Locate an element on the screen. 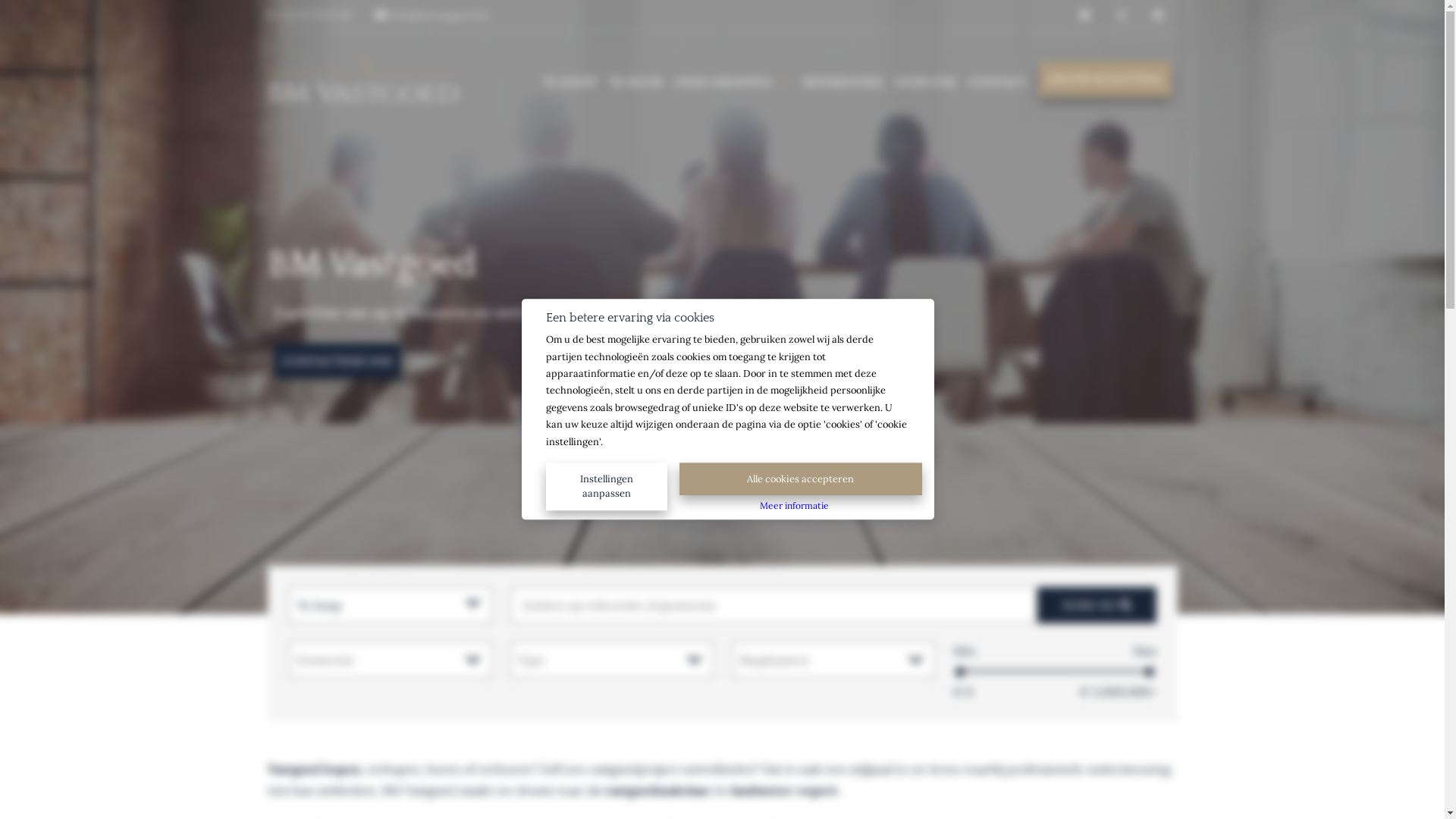  ' ' is located at coordinates (1122, 15).